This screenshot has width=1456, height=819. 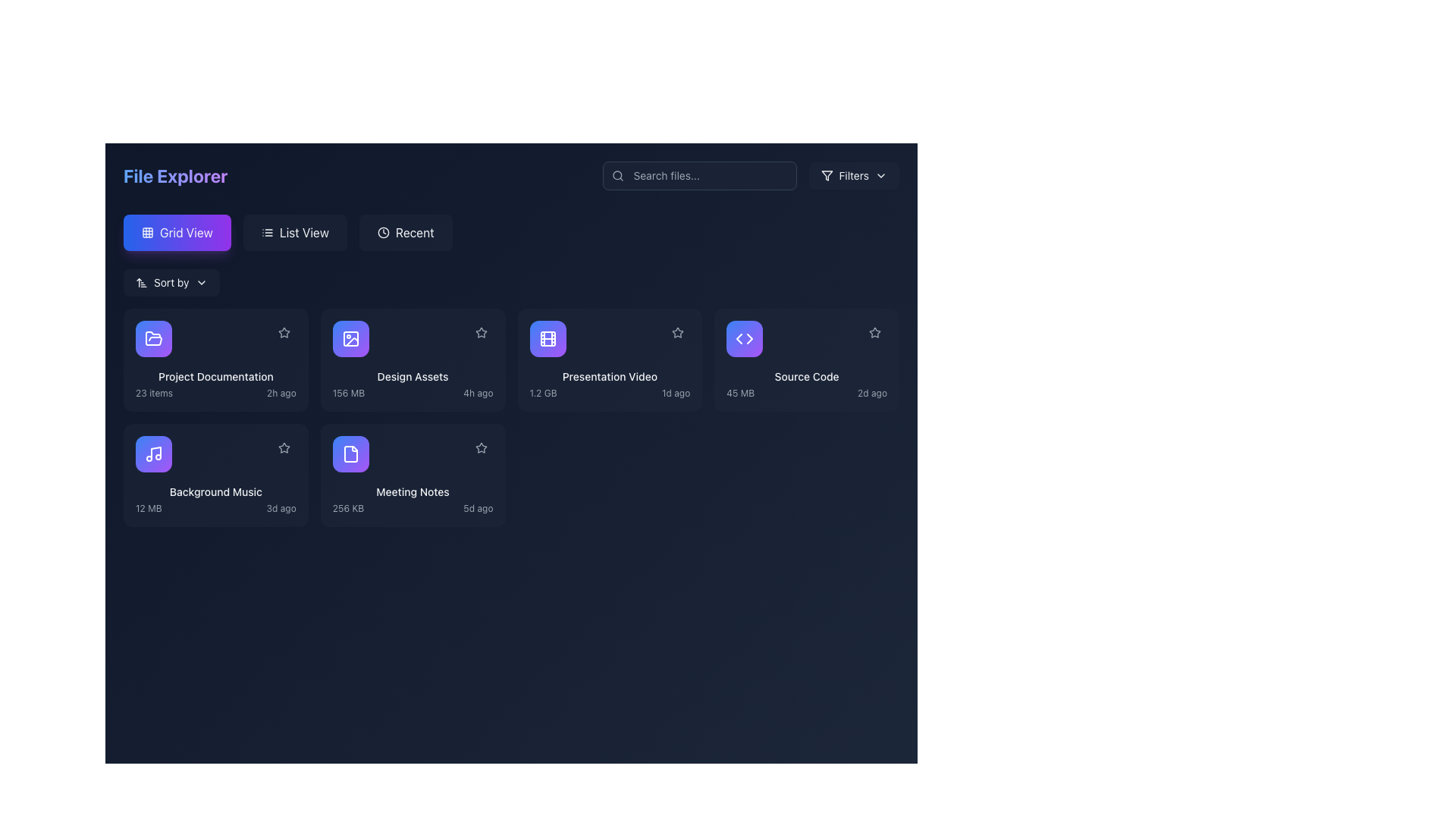 What do you see at coordinates (854, 174) in the screenshot?
I see `the filter options button located in the upper right corner of the user interface` at bounding box center [854, 174].